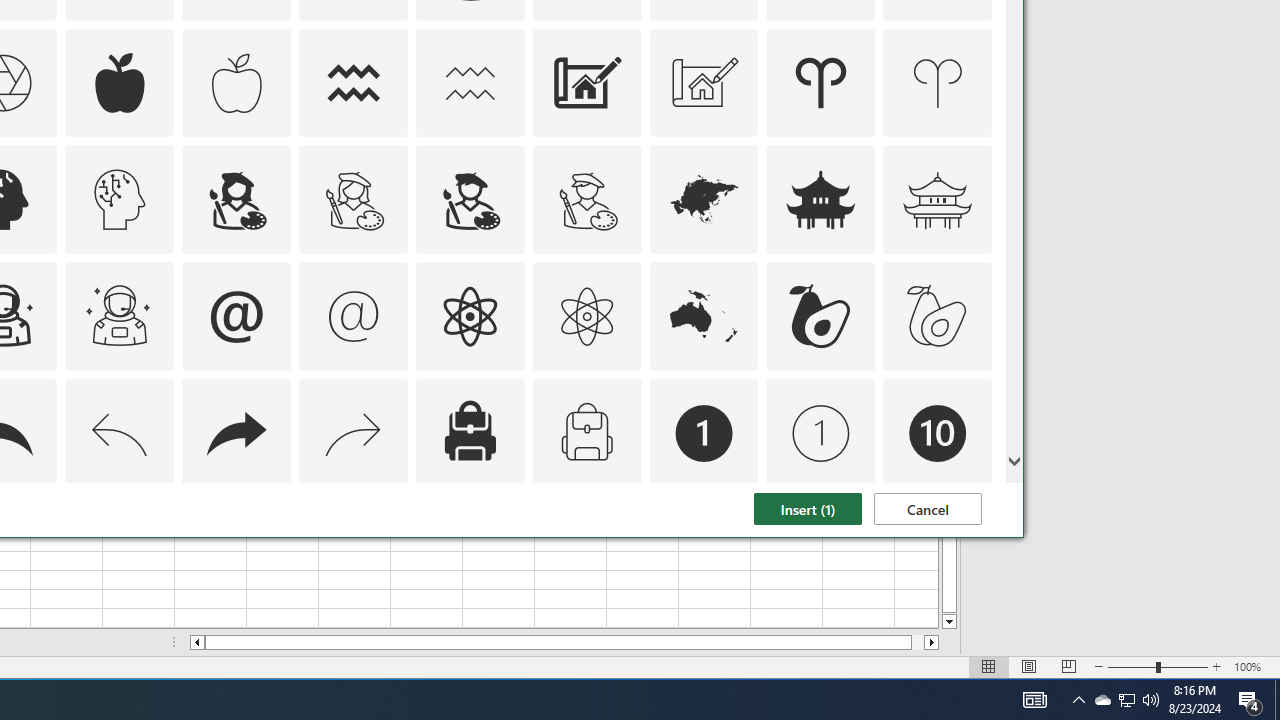 The height and width of the screenshot is (720, 1280). What do you see at coordinates (807, 508) in the screenshot?
I see `'Insert (1)'` at bounding box center [807, 508].